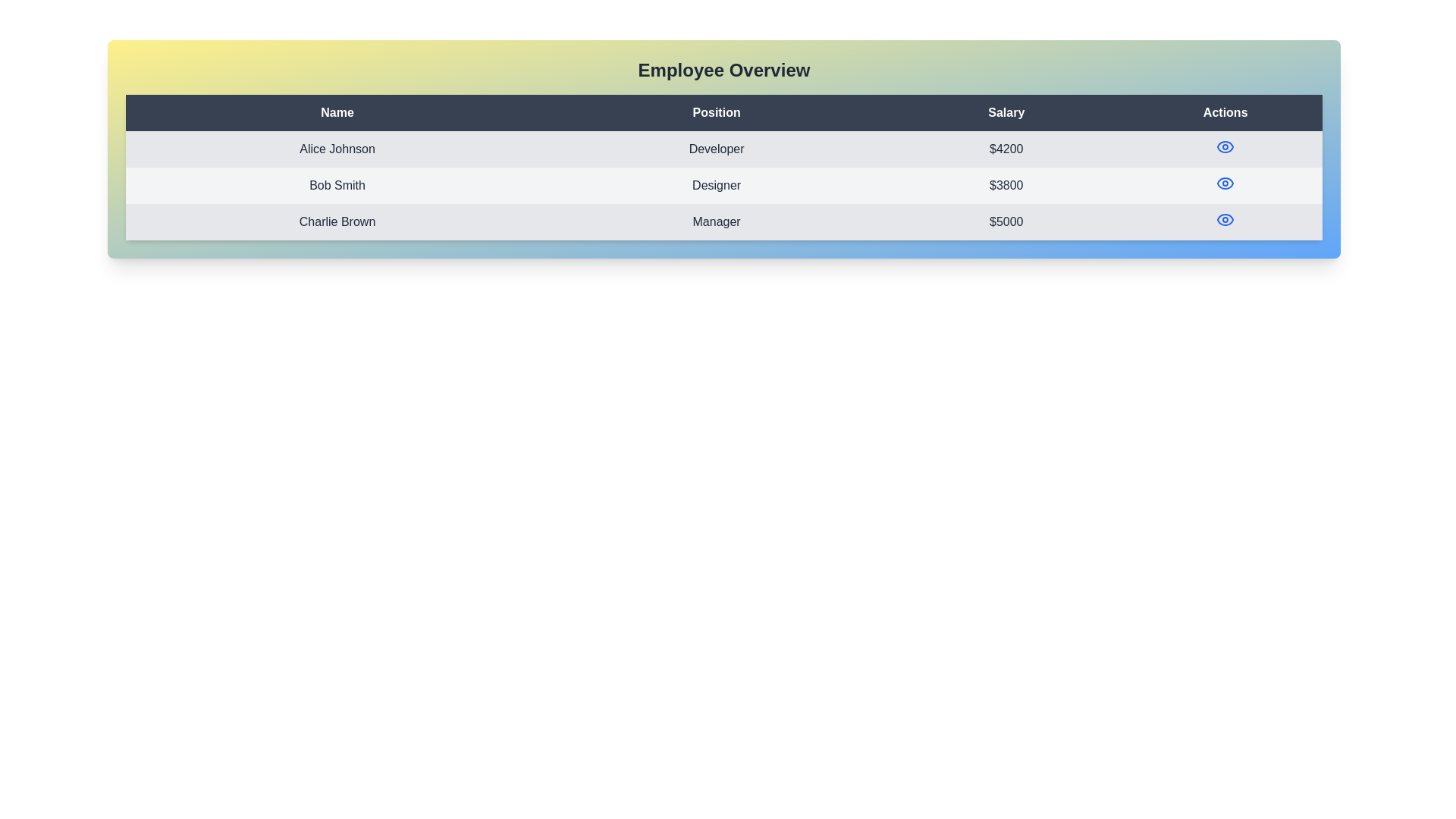 The image size is (1456, 819). What do you see at coordinates (337, 149) in the screenshot?
I see `text from the 'Alice Johnson' label located in the 'Name' column of the employee information table` at bounding box center [337, 149].